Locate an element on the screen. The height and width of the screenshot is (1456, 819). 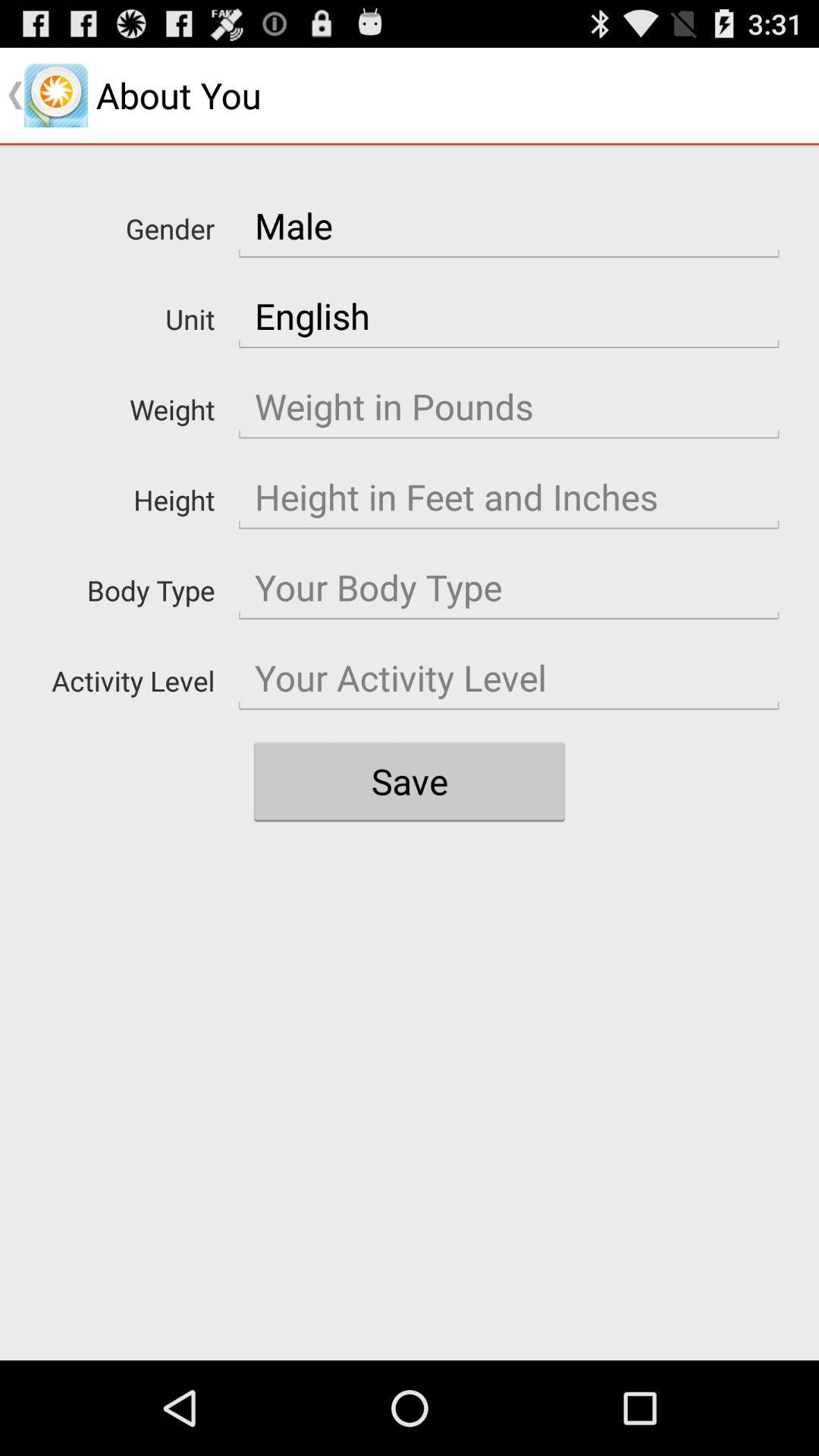
height input is located at coordinates (509, 497).